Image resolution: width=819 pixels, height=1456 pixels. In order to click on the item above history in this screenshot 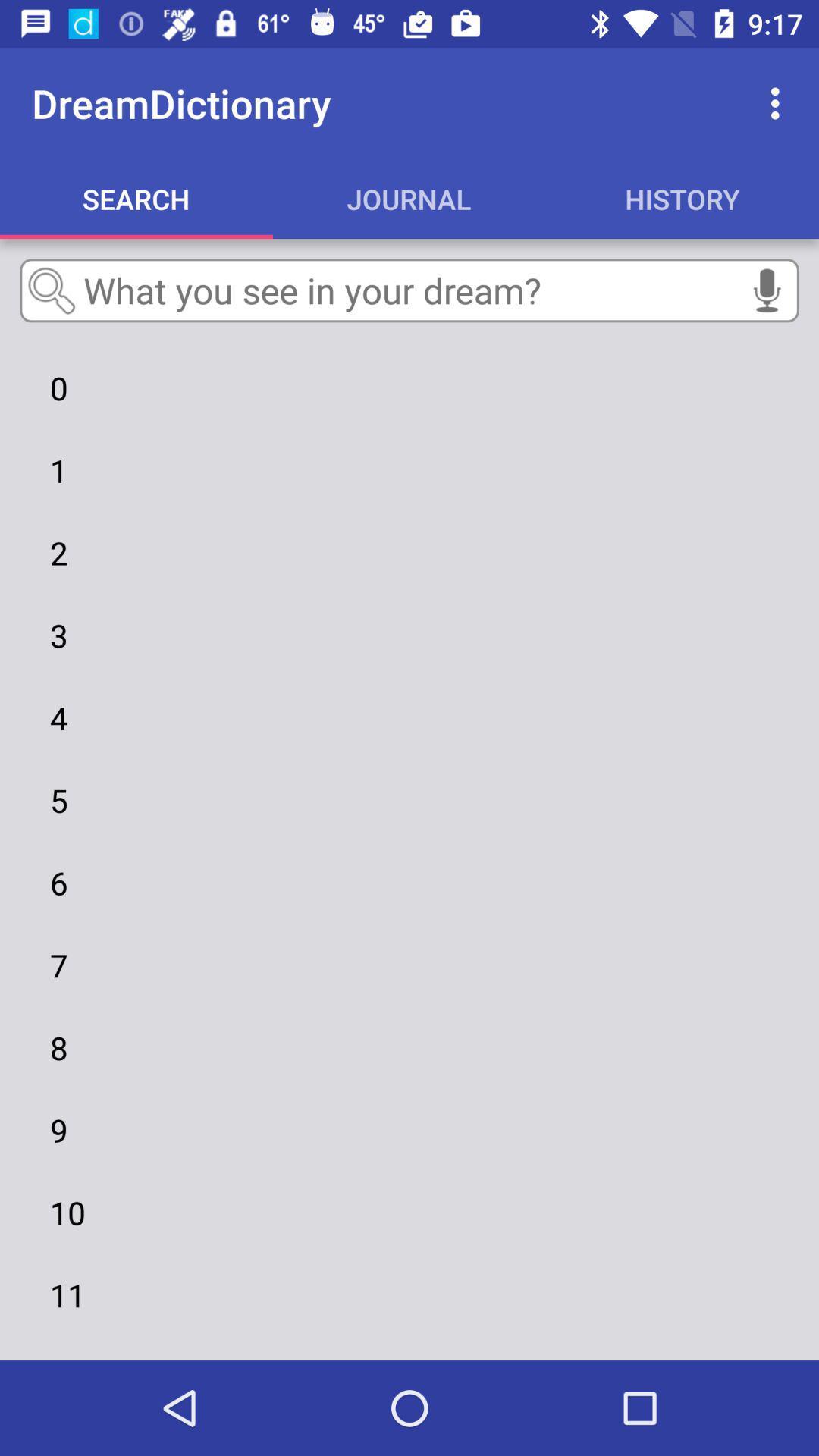, I will do `click(779, 102)`.